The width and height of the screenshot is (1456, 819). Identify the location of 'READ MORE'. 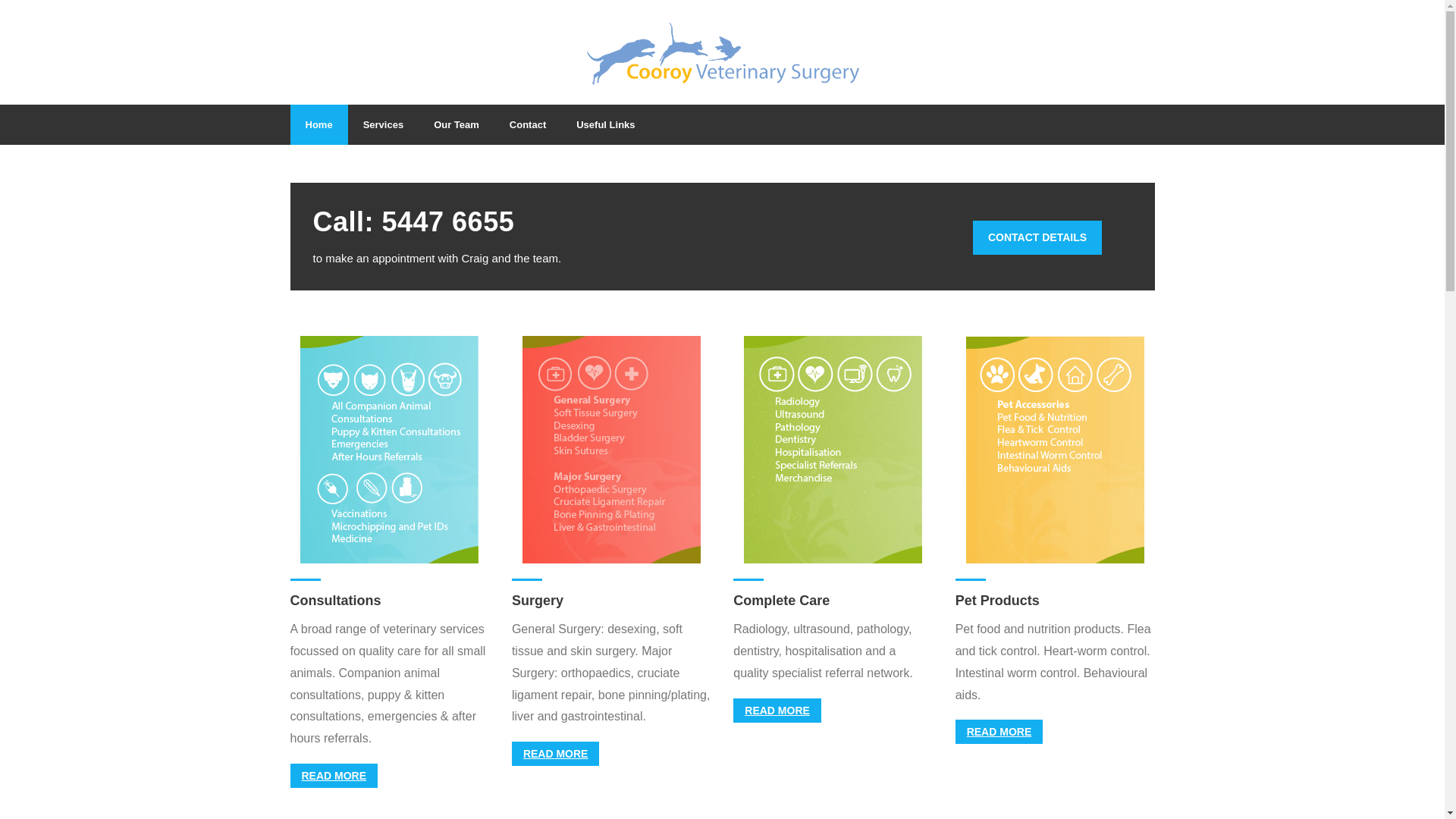
(333, 775).